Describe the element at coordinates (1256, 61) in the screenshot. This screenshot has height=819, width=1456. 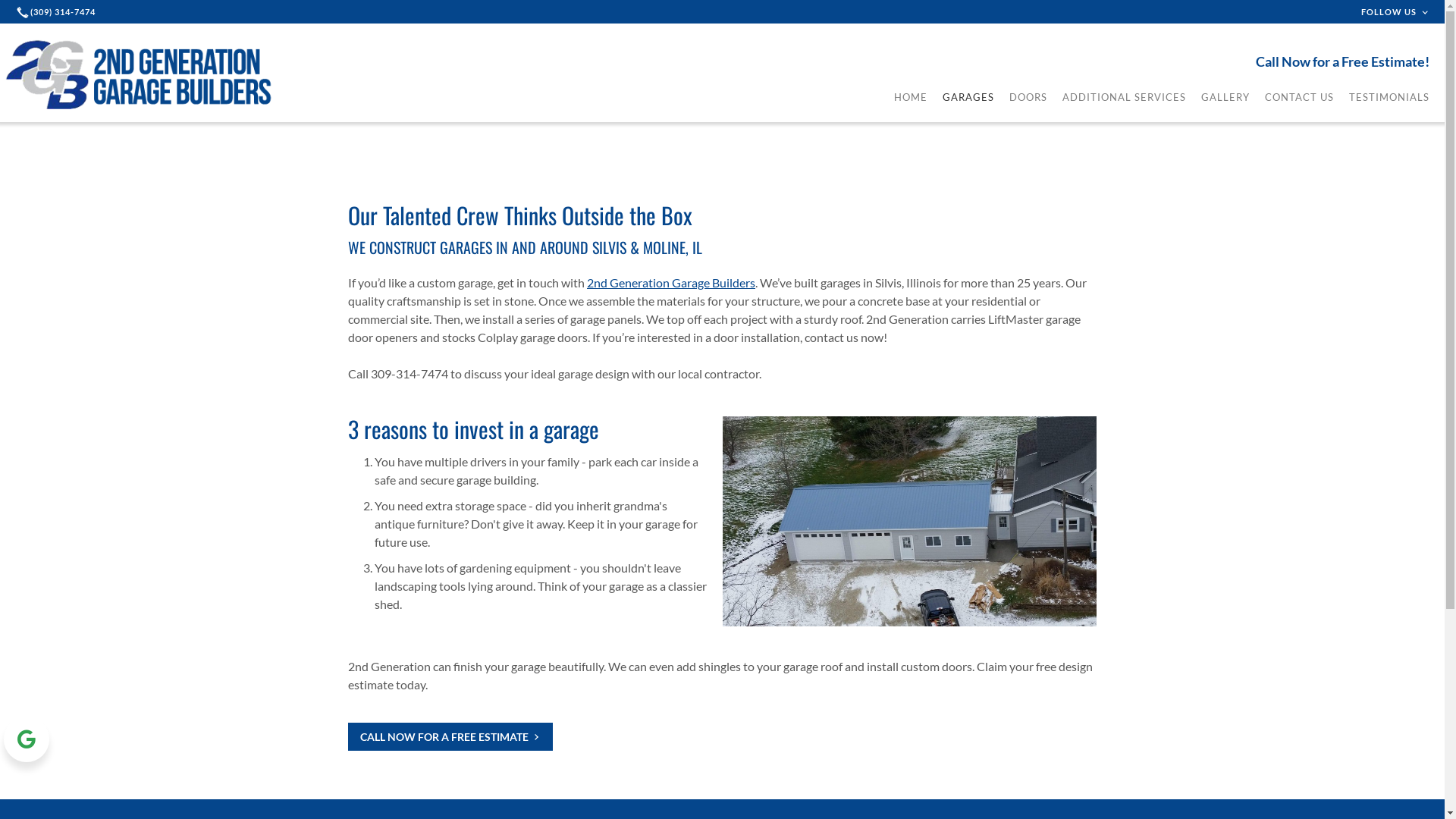
I see `'Call Now for a Free Estimate!'` at that location.